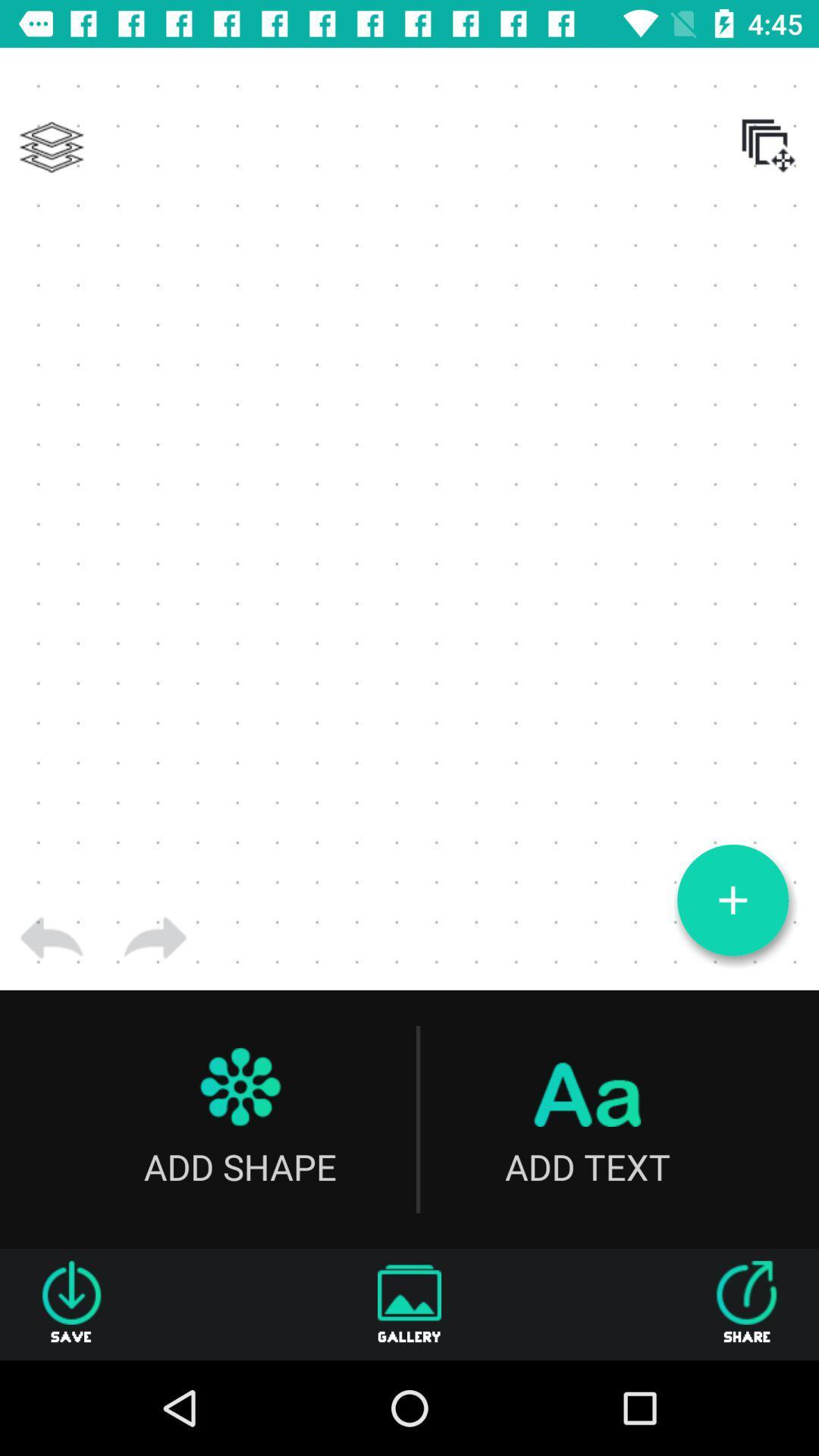 This screenshot has height=1456, width=819. I want to click on the share icon, so click(746, 1304).